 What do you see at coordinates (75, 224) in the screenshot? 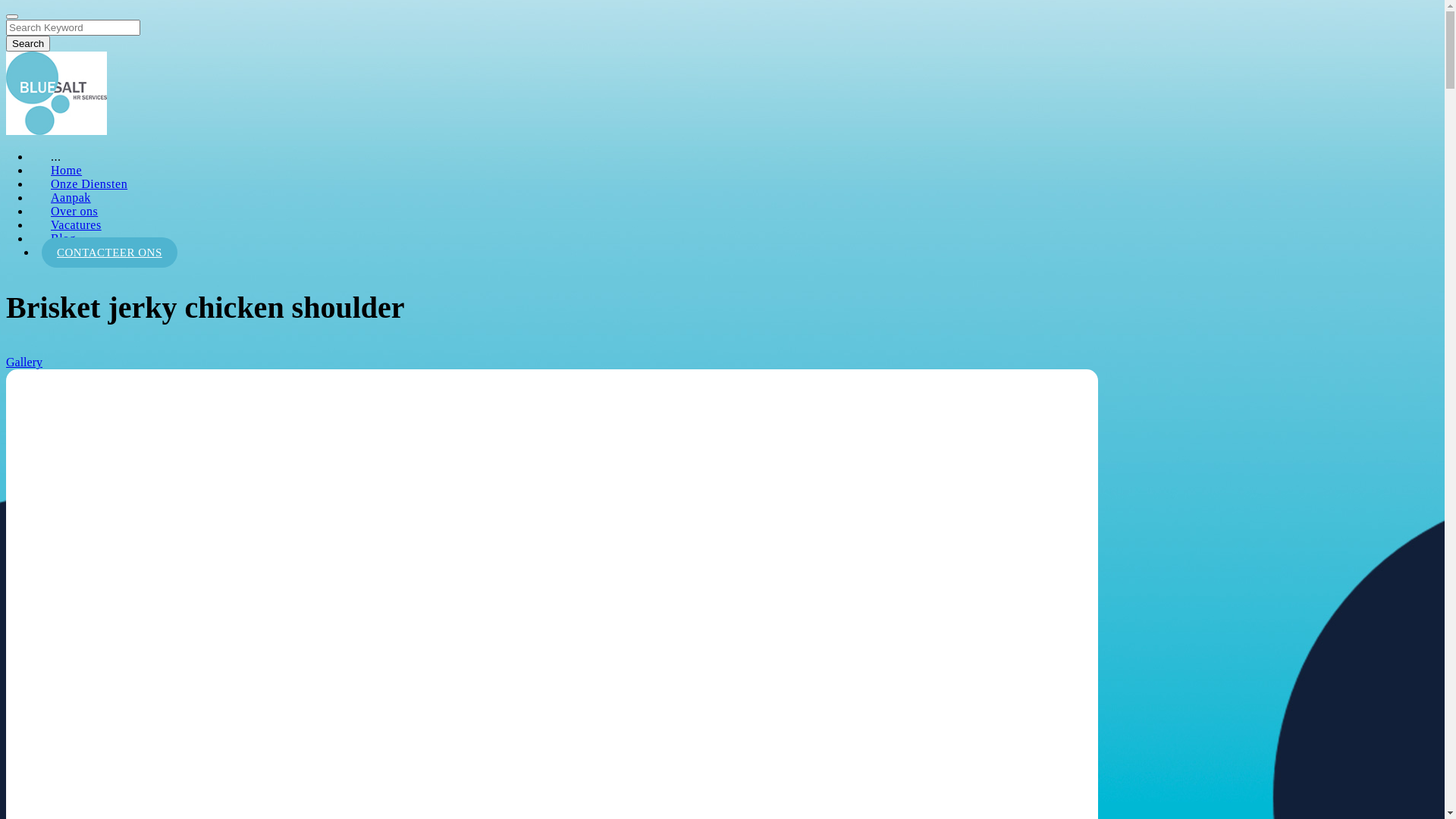
I see `'Vacatures'` at bounding box center [75, 224].